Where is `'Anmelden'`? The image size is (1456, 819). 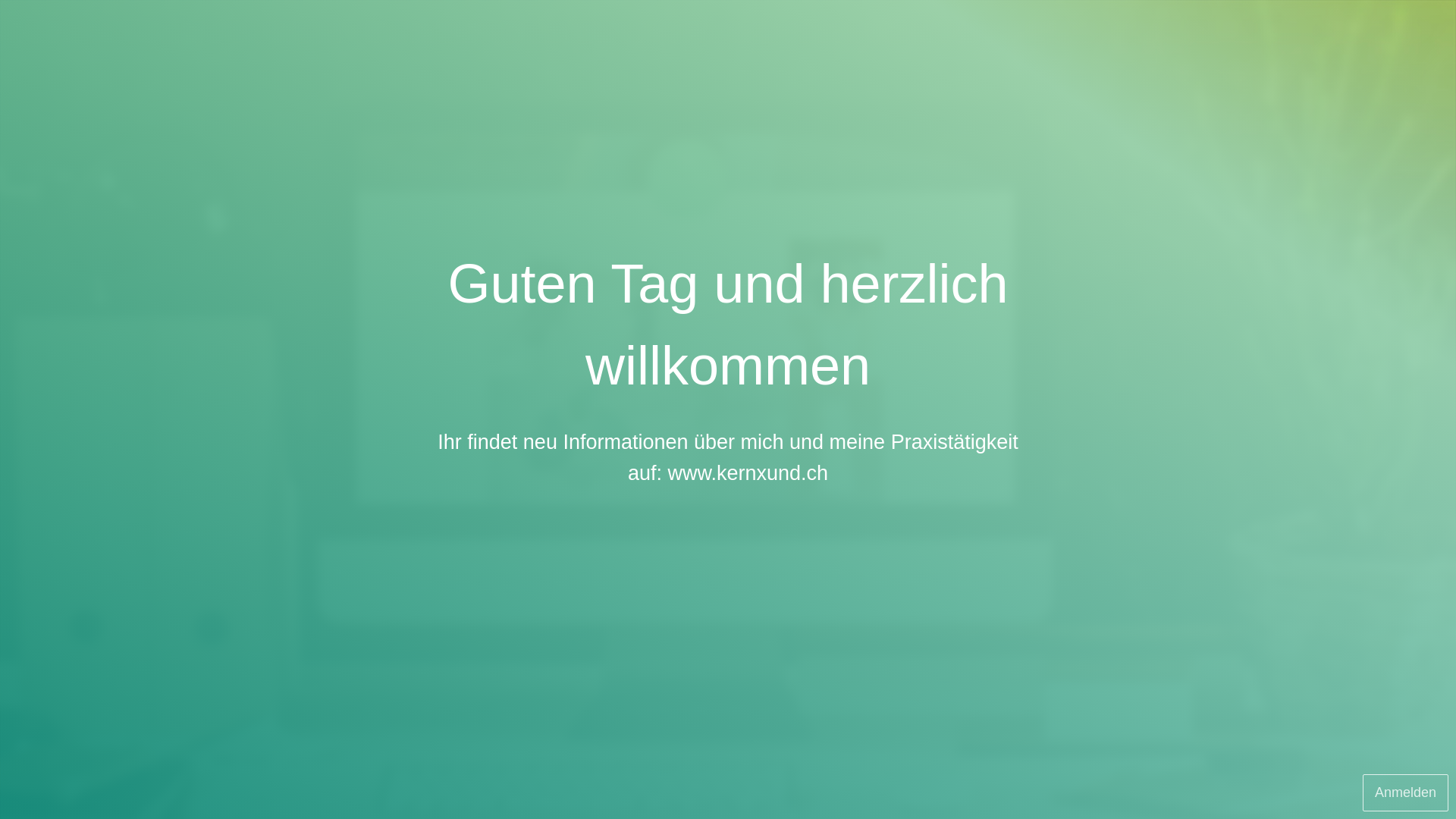
'Anmelden' is located at coordinates (1404, 792).